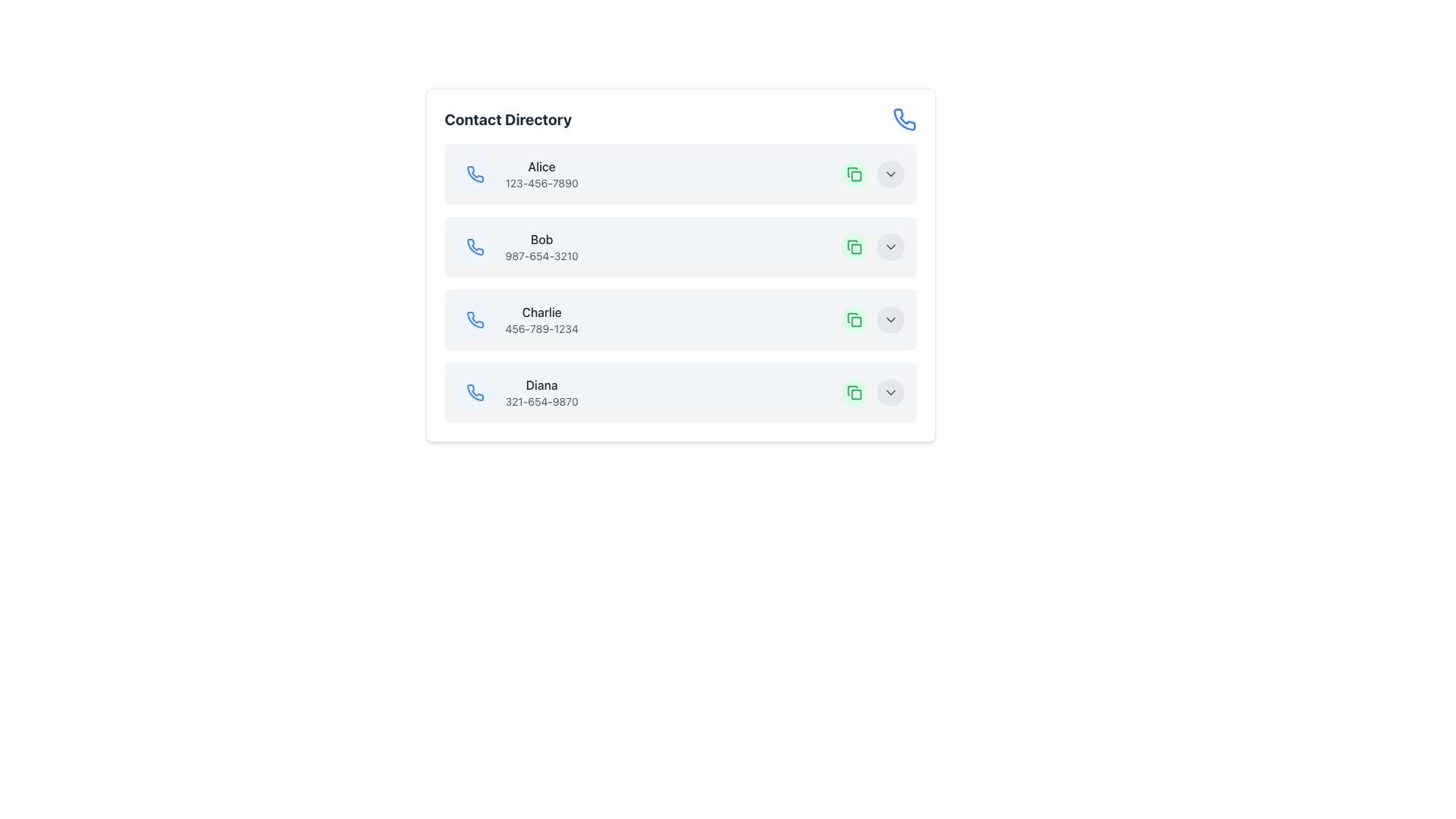  What do you see at coordinates (854, 174) in the screenshot?
I see `the green icon button shaped like a stack of rectangles associated with the contact named 'Bob'` at bounding box center [854, 174].